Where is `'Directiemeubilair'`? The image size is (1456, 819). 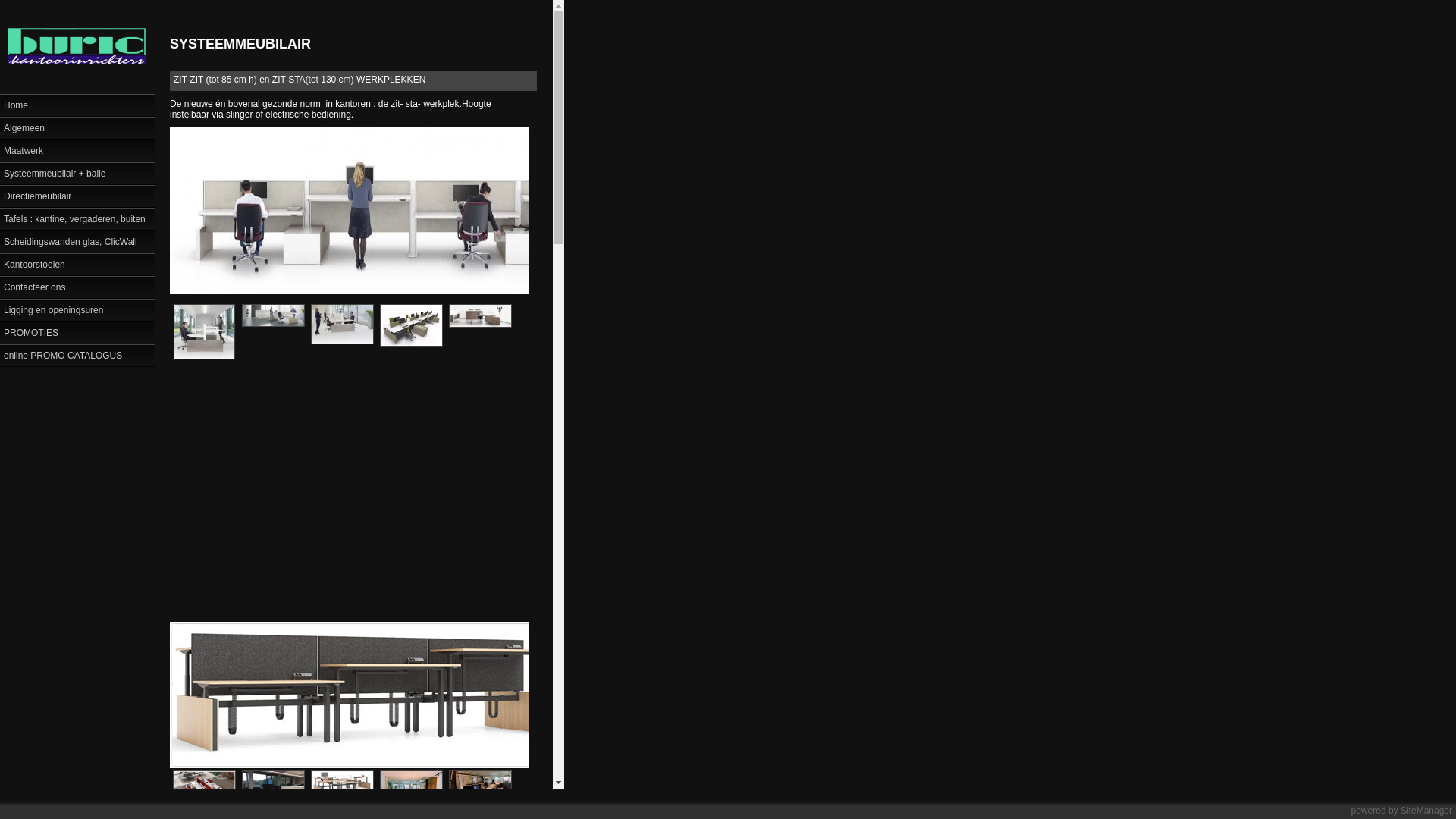
'Directiemeubilair' is located at coordinates (0, 195).